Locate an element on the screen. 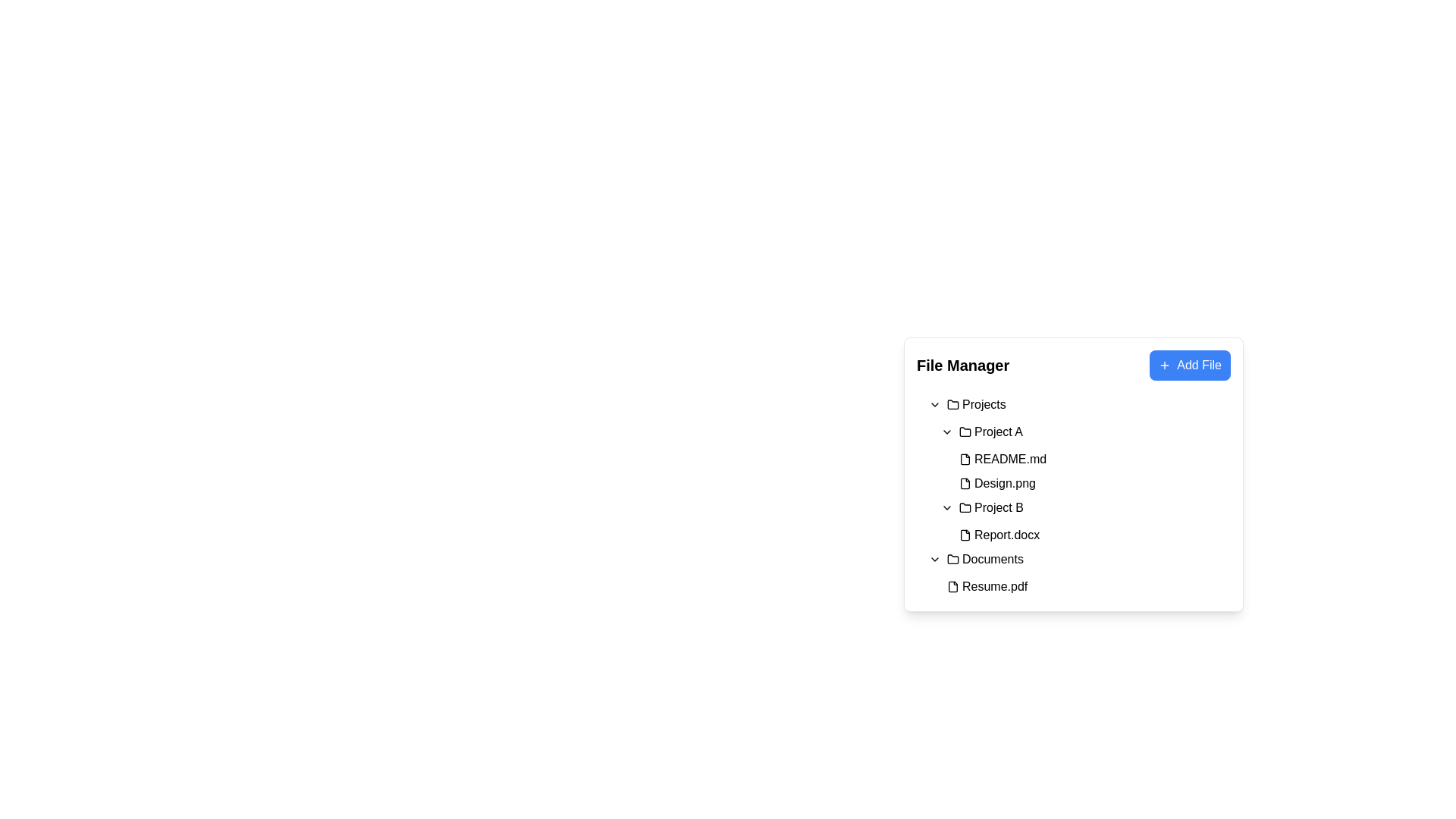  the small file icon with a thin outline and rounded edges, which is located next to the text 'README.md' is located at coordinates (964, 458).